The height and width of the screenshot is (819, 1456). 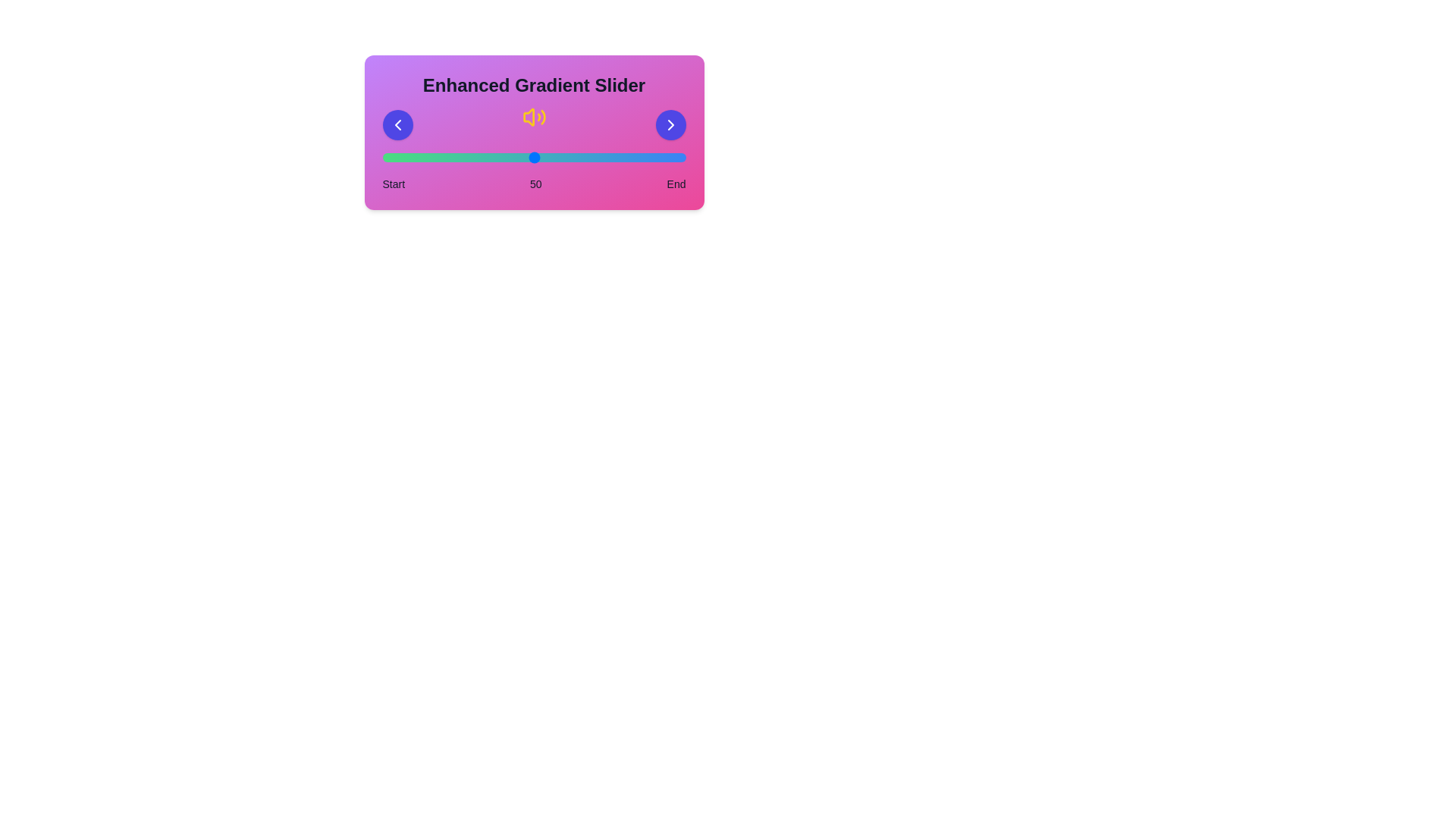 I want to click on the slider to the value 15, so click(x=427, y=158).